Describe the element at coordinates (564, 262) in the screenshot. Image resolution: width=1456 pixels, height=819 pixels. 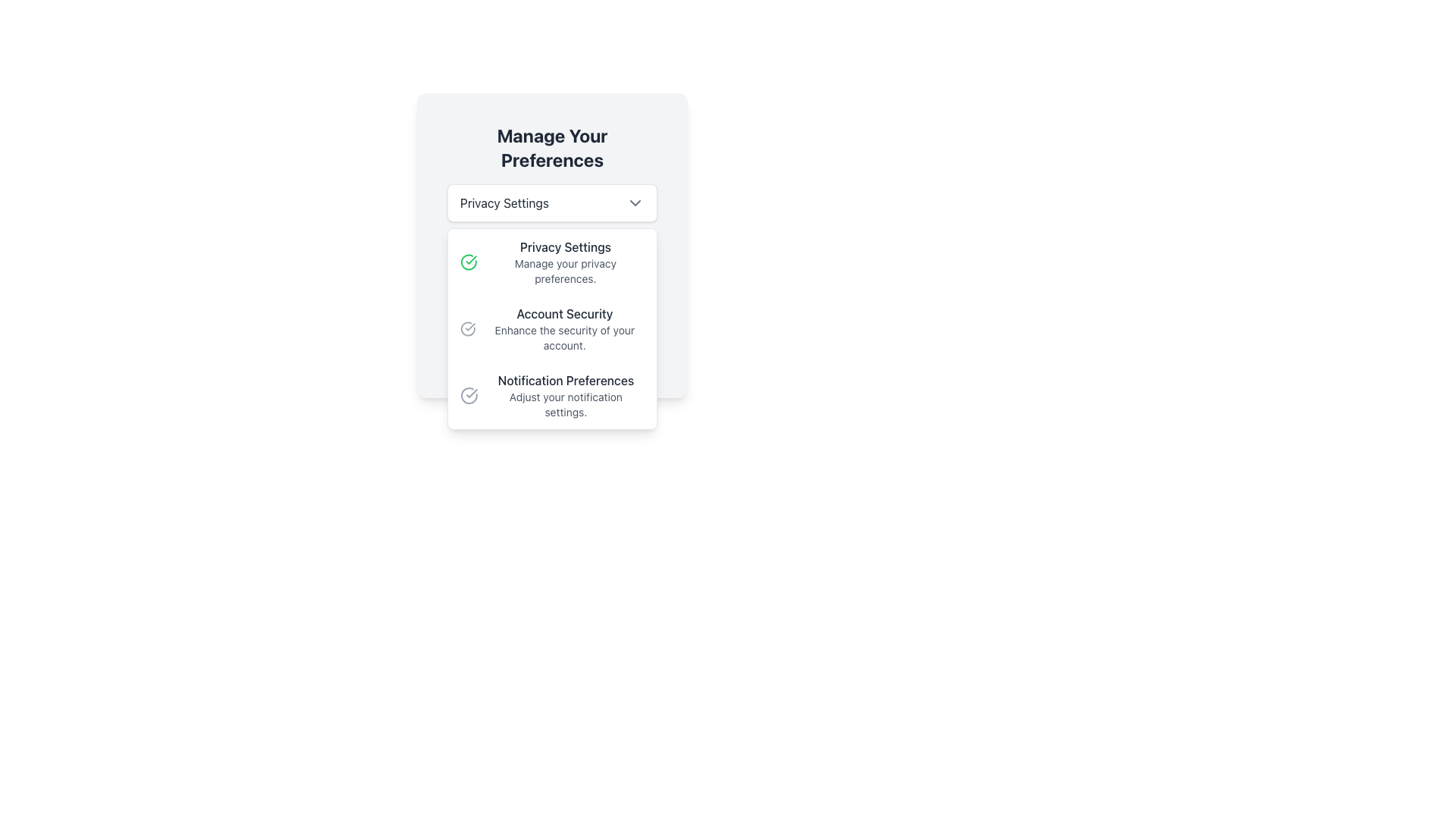
I see `the first option in the dropdown menu below 'Manage Your Preferences'` at that location.